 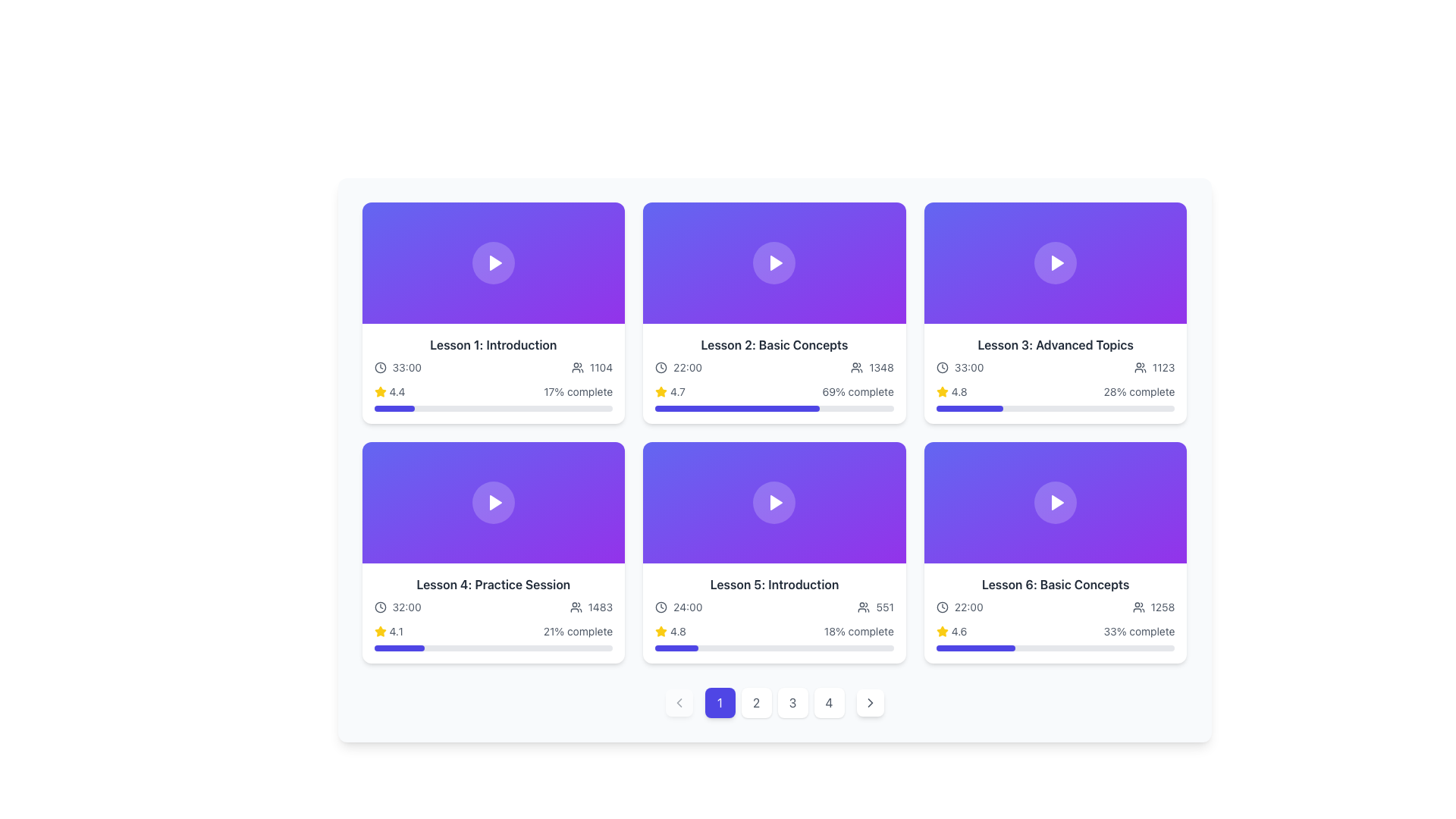 What do you see at coordinates (774, 262) in the screenshot?
I see `the circular play button with a white play icon on a semi-transparent purple background located in the upper half of the 'Lesson 2: Basic Concepts' card` at bounding box center [774, 262].